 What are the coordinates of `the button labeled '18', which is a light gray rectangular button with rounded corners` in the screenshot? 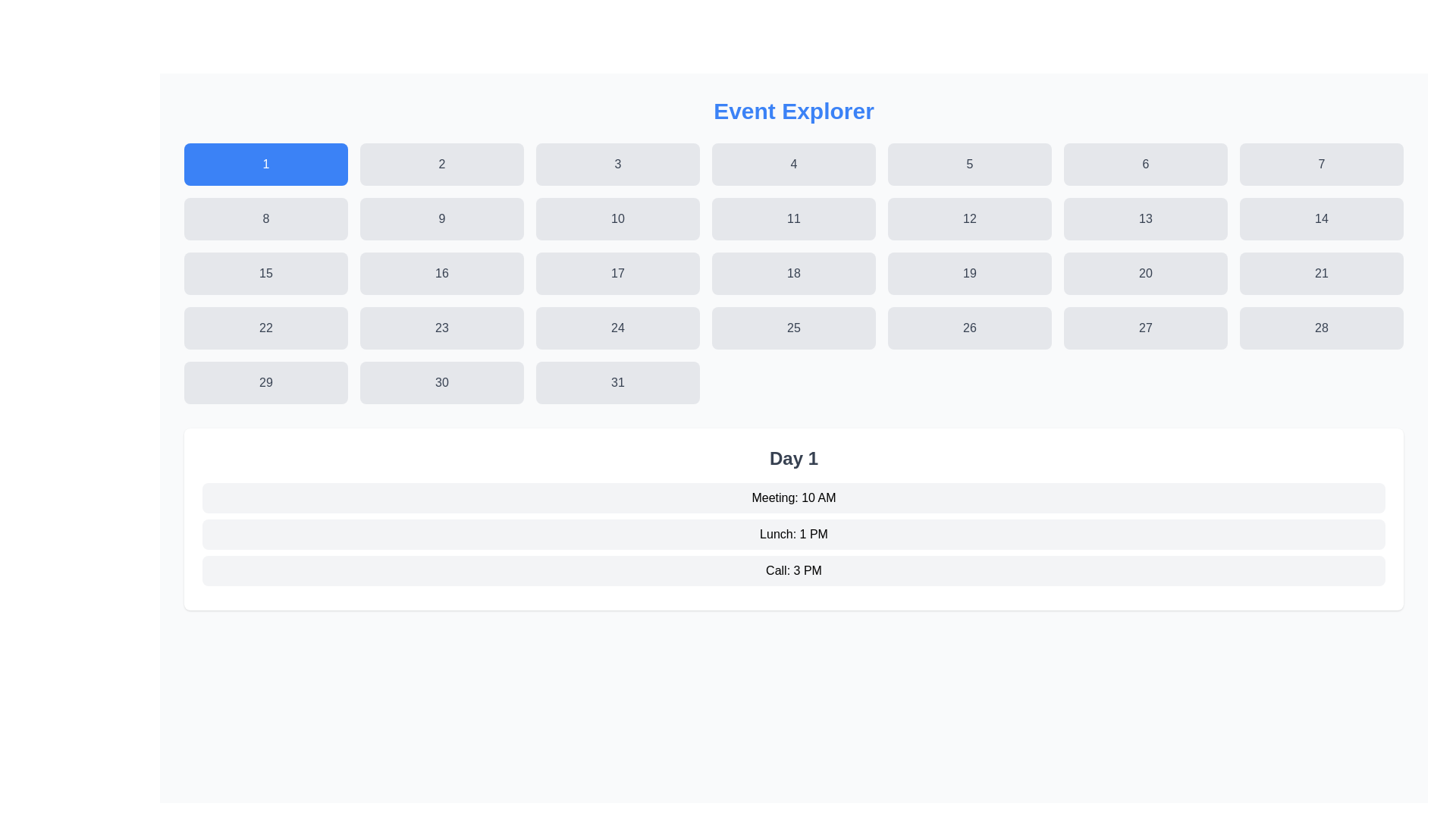 It's located at (792, 274).